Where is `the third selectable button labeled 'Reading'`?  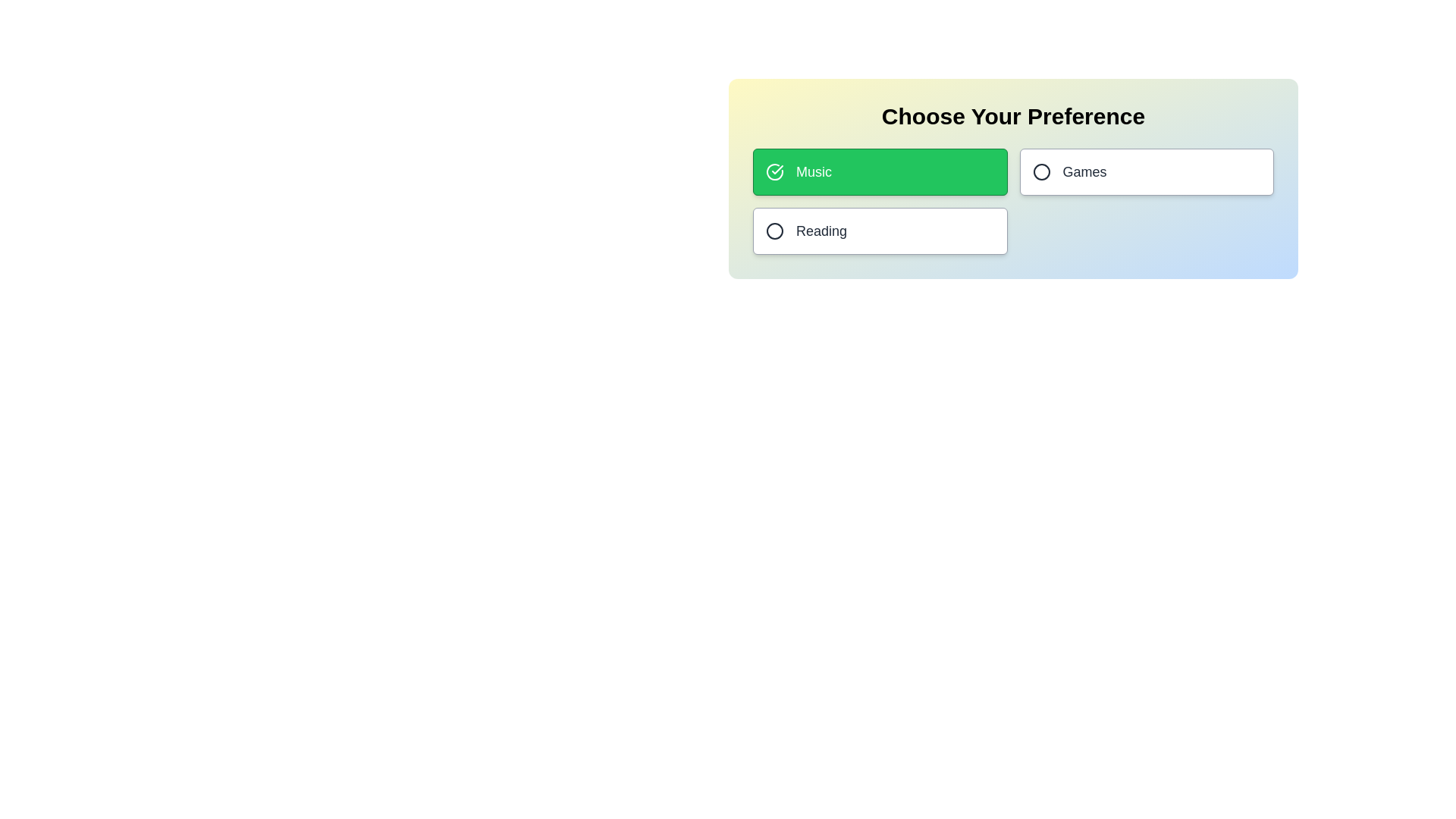 the third selectable button labeled 'Reading' is located at coordinates (880, 231).